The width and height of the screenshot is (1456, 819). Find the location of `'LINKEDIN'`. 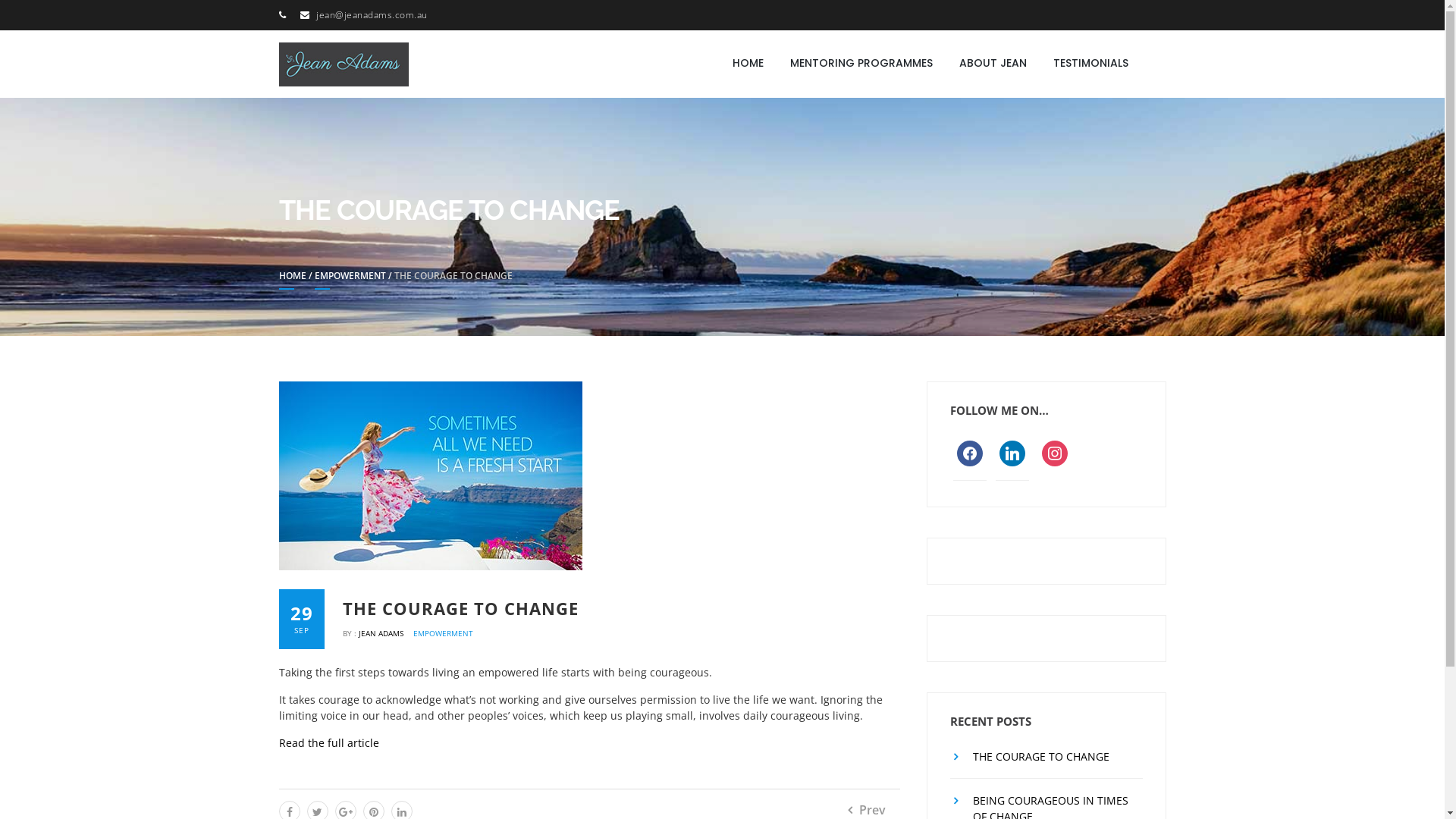

'LINKEDIN' is located at coordinates (1012, 451).